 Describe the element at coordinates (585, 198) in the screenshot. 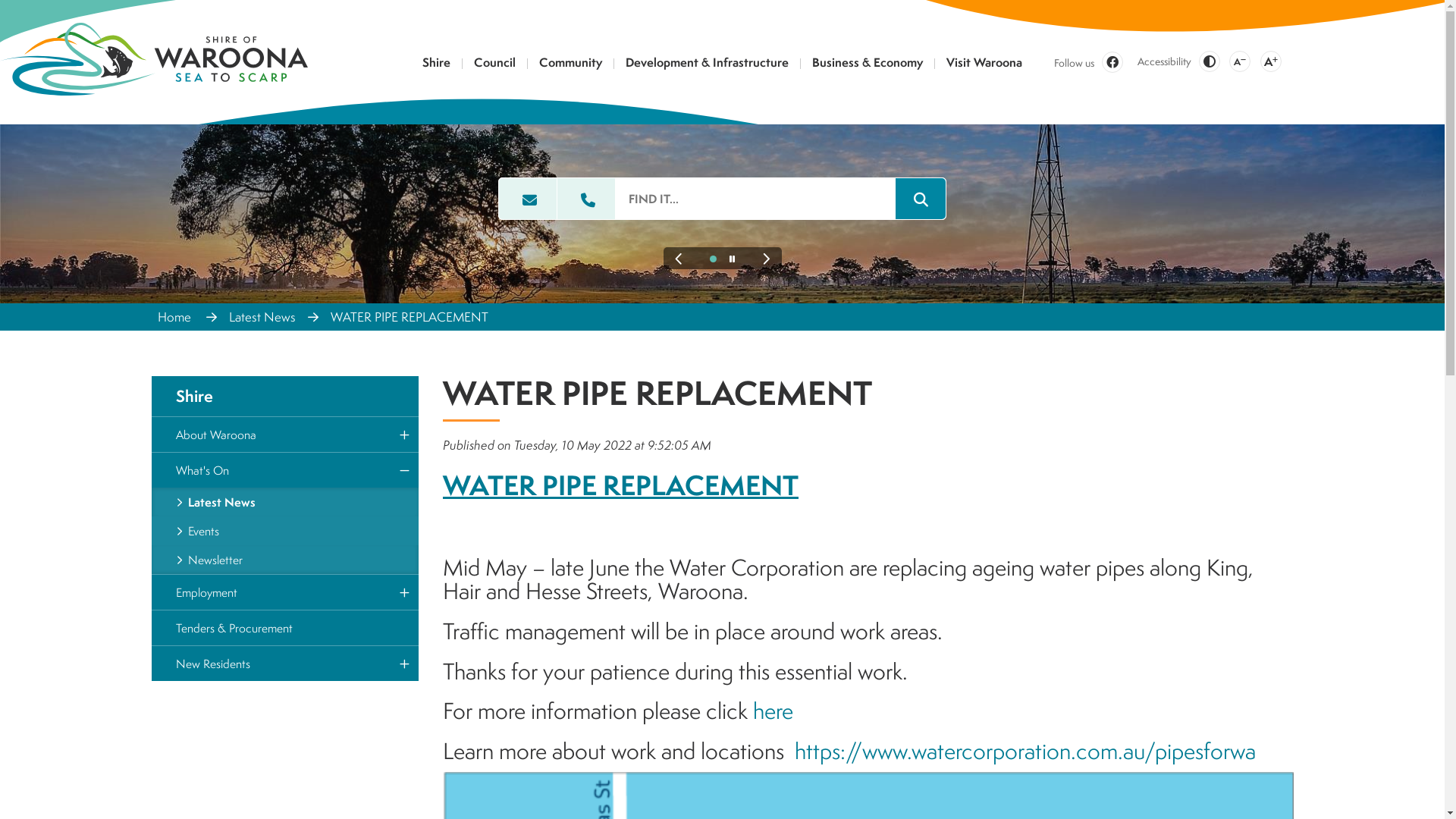

I see `'Call the Shire of Waroona'` at that location.